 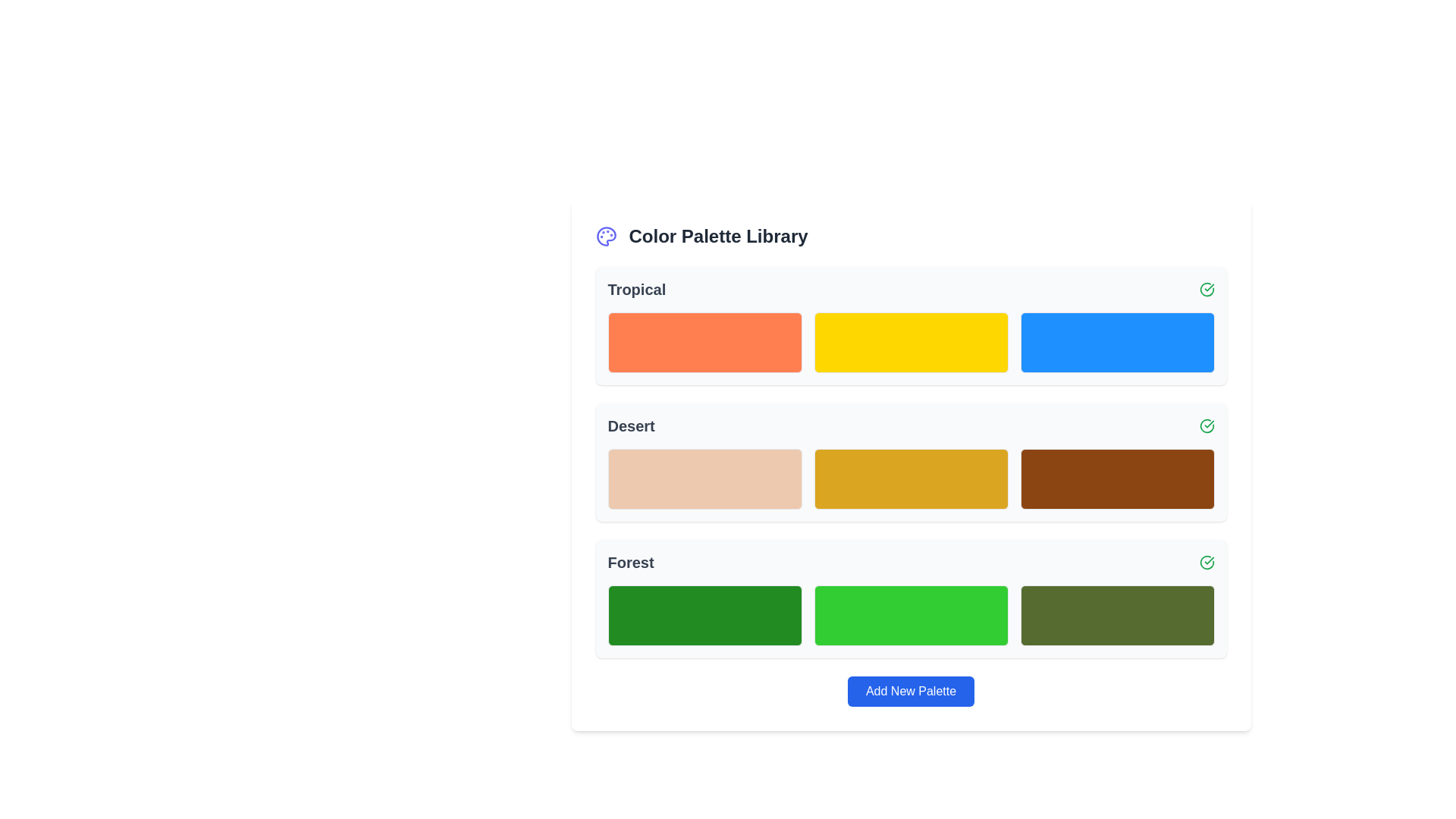 I want to click on the second color block in the Forest palette, which is part of the color palette layout, so click(x=910, y=598).